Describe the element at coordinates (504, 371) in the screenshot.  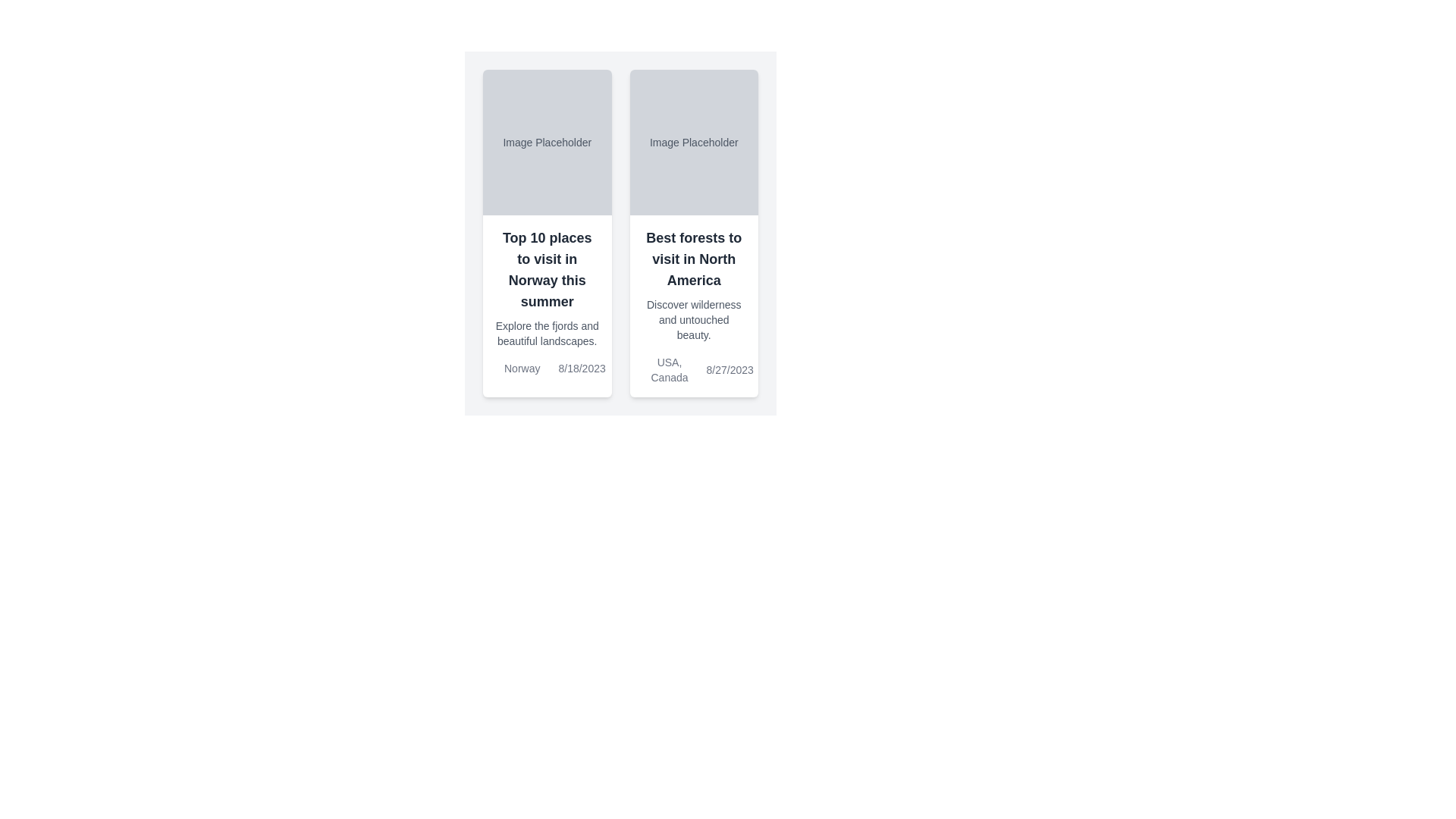
I see `the map pin icon located towards the bottom left of the card titled 'Top 10 places to visit in Norway this summer', slightly above the text 'Norway' and the date '8/18/2023'` at that location.